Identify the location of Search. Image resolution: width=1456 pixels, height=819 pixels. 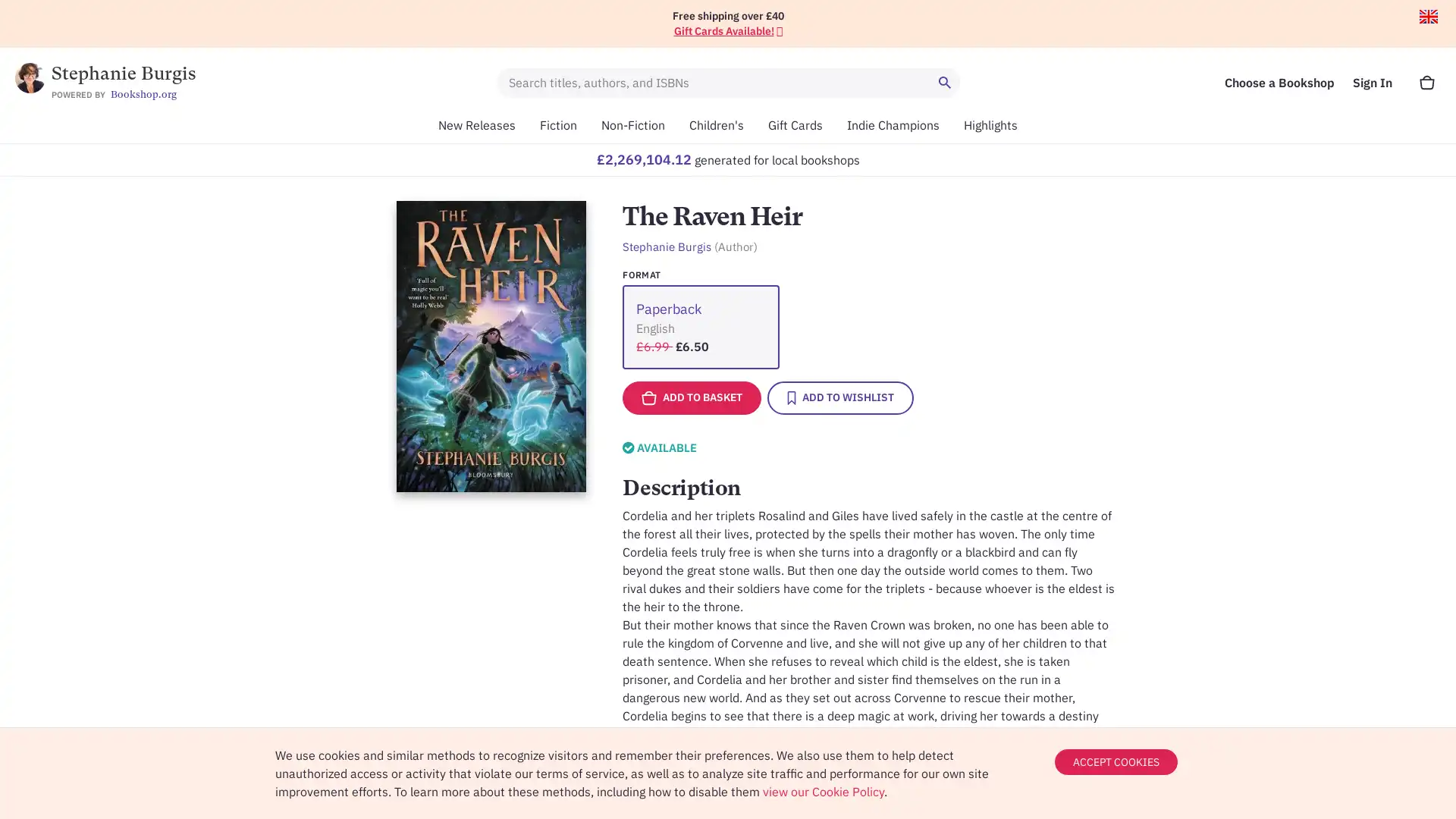
(946, 82).